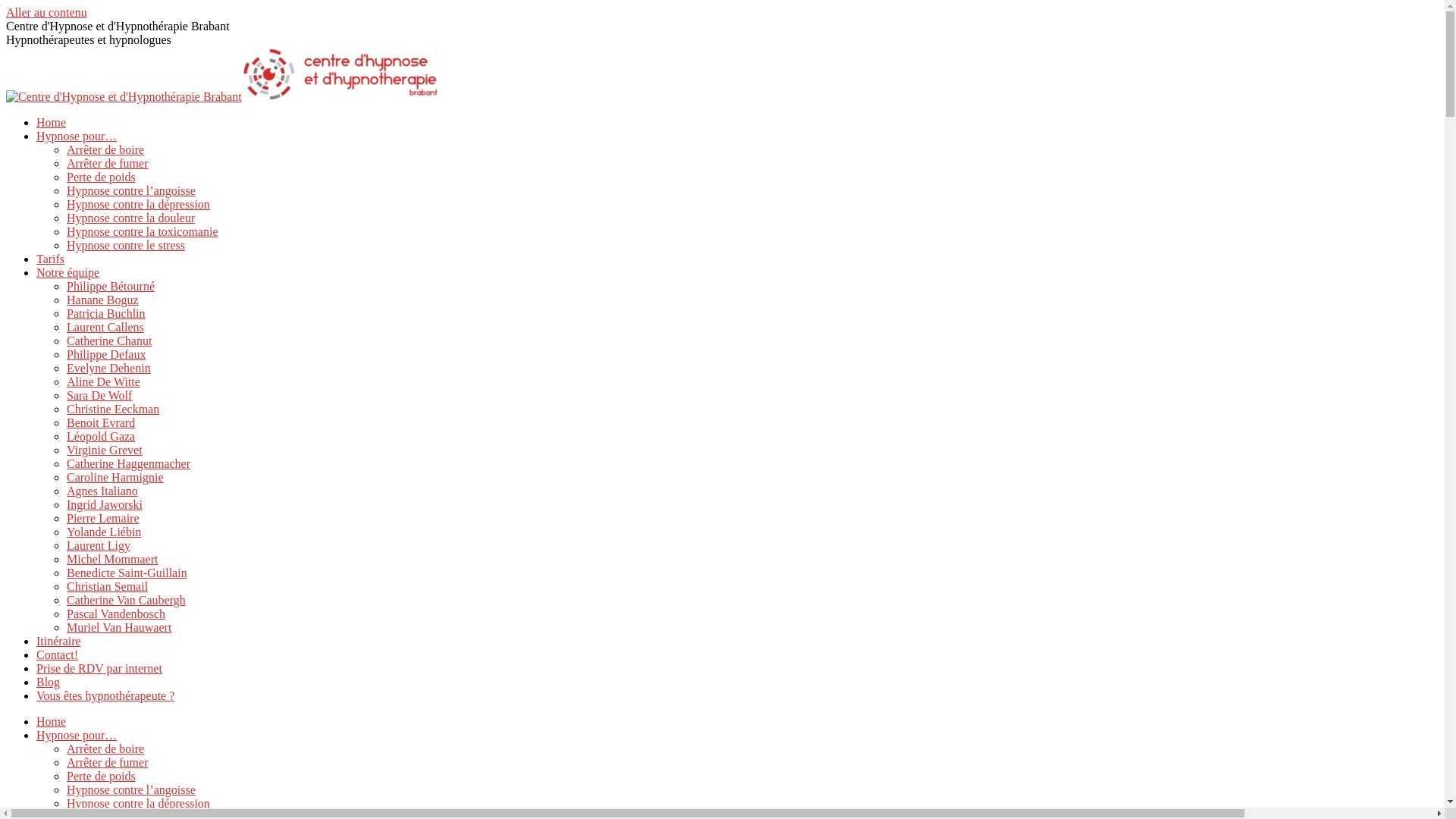  What do you see at coordinates (65, 394) in the screenshot?
I see `'Sara De Wolf'` at bounding box center [65, 394].